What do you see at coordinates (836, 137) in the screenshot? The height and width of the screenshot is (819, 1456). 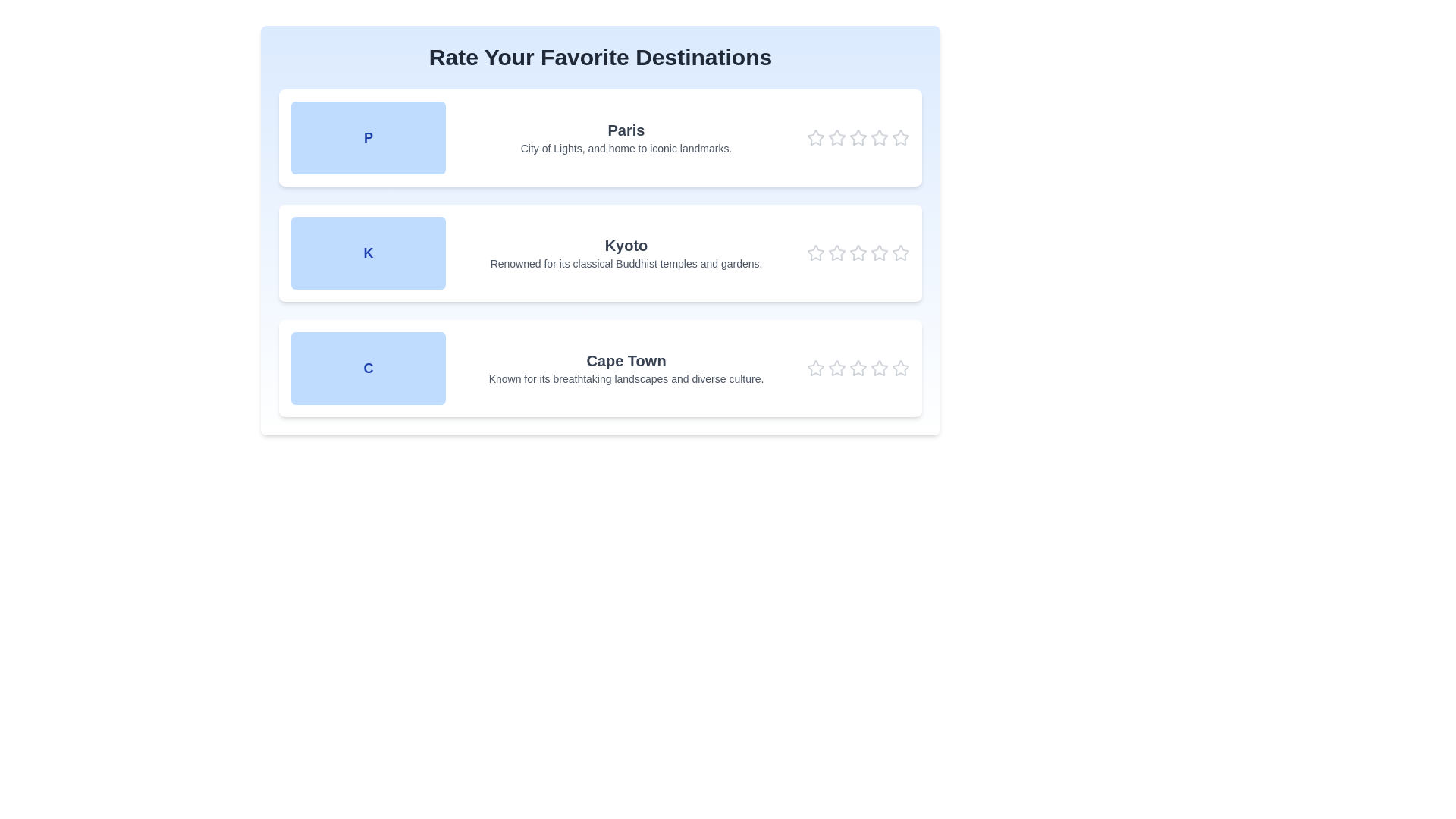 I see `the second rating star icon for the 'Paris' destination` at bounding box center [836, 137].